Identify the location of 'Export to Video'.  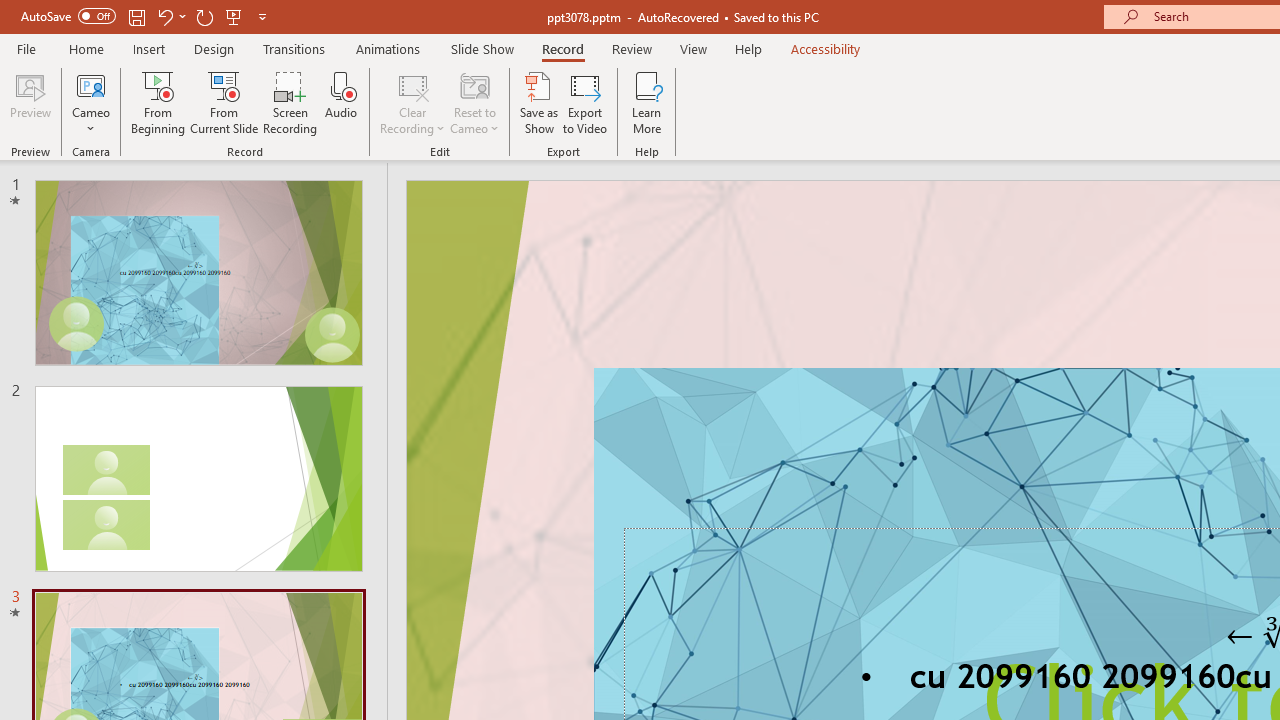
(584, 103).